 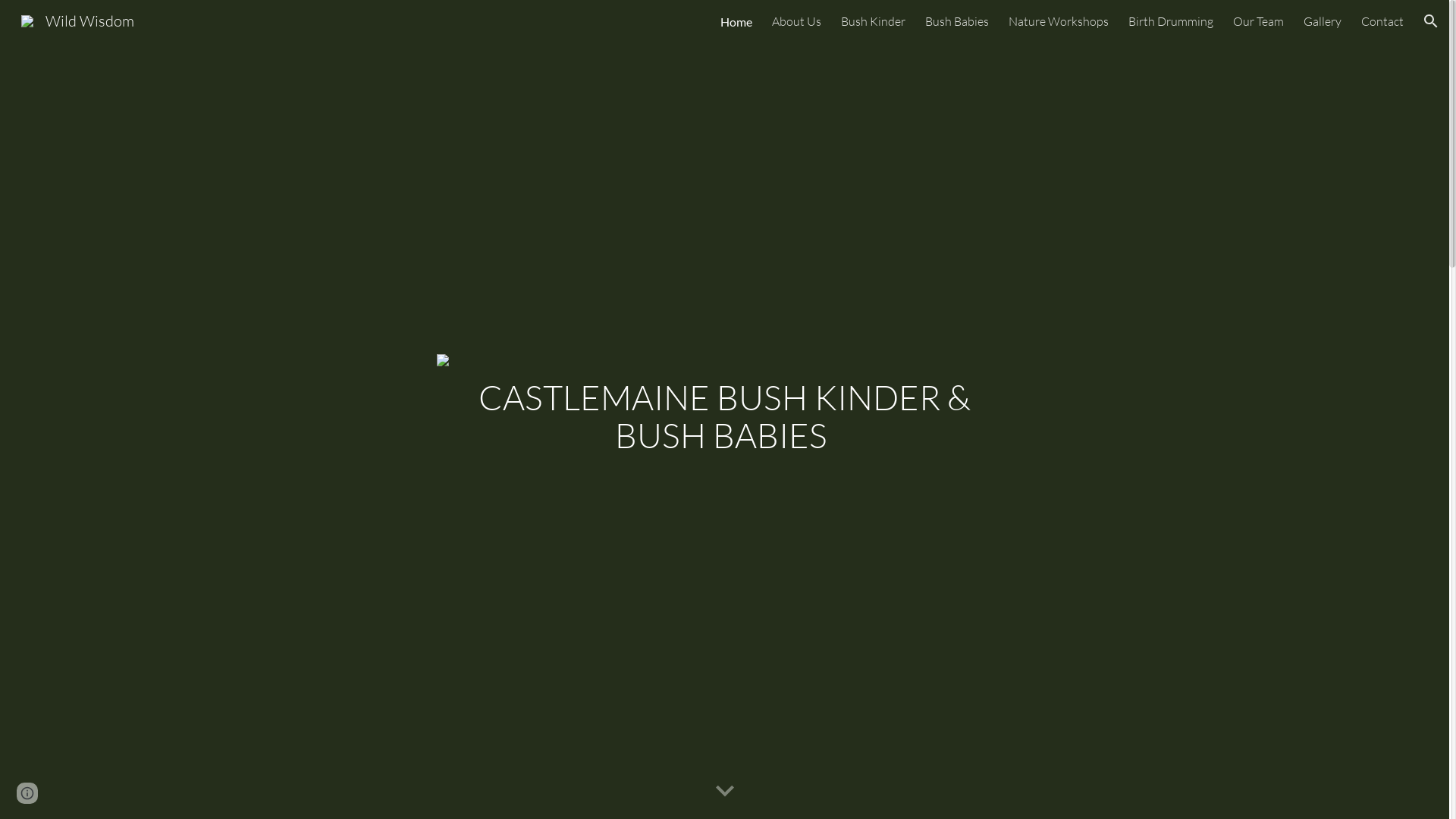 I want to click on 'Gallery', so click(x=1321, y=20).